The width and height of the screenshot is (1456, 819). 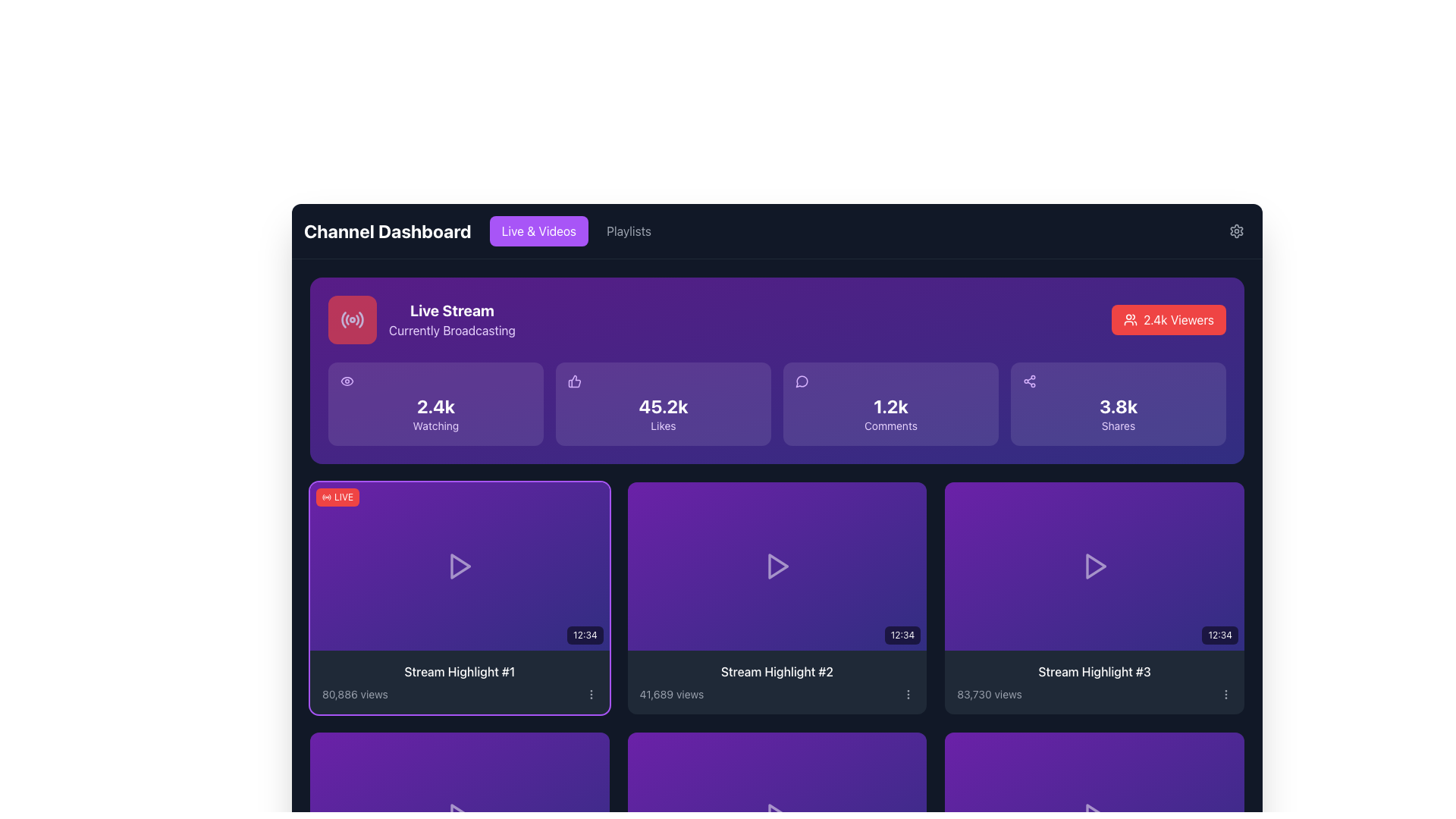 What do you see at coordinates (1168, 318) in the screenshot?
I see `the viewer statistics button located at the top-right corner of the purple 'Live Stream' block` at bounding box center [1168, 318].